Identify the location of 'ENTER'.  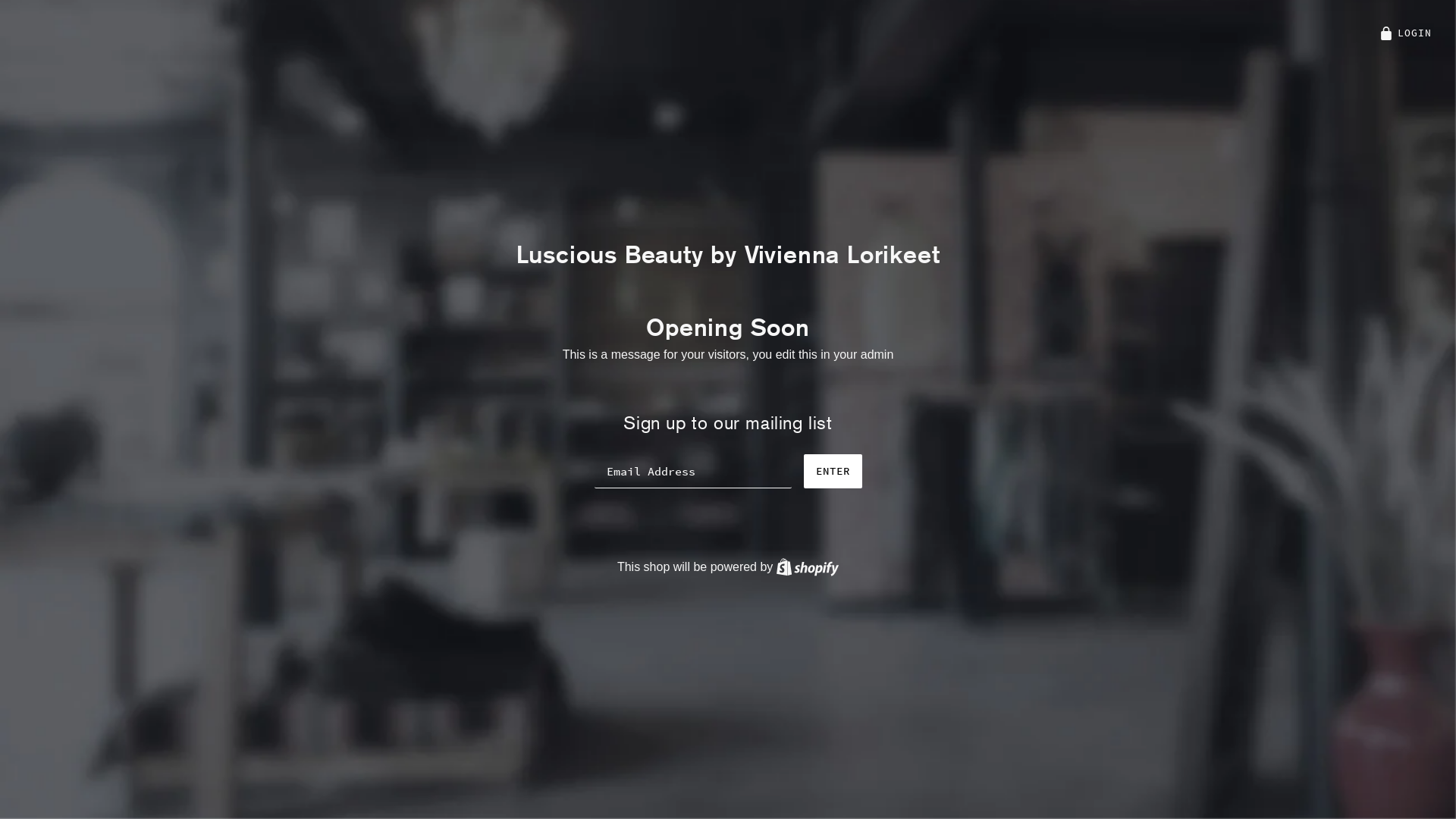
(832, 470).